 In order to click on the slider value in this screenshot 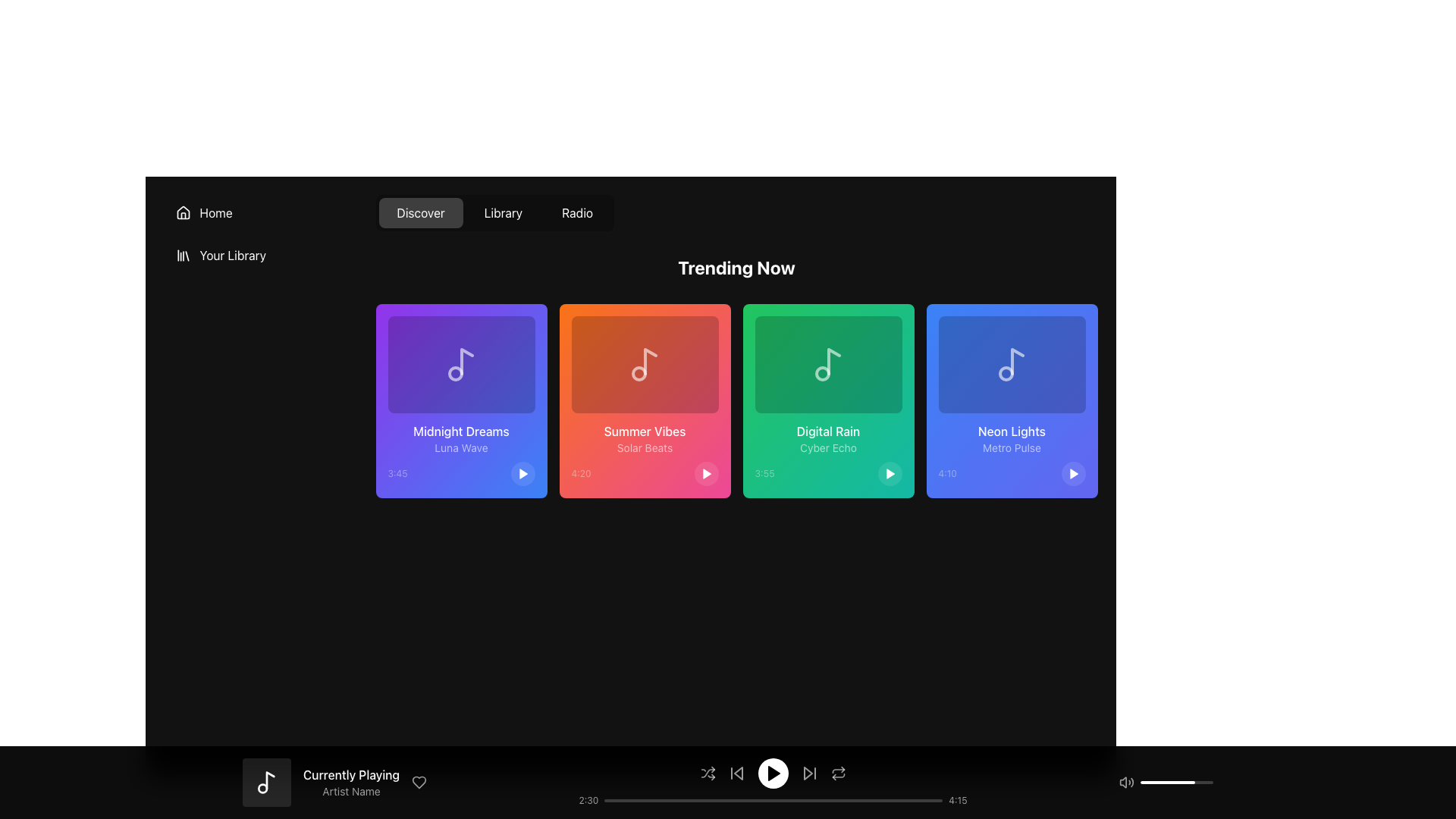, I will do `click(1173, 783)`.